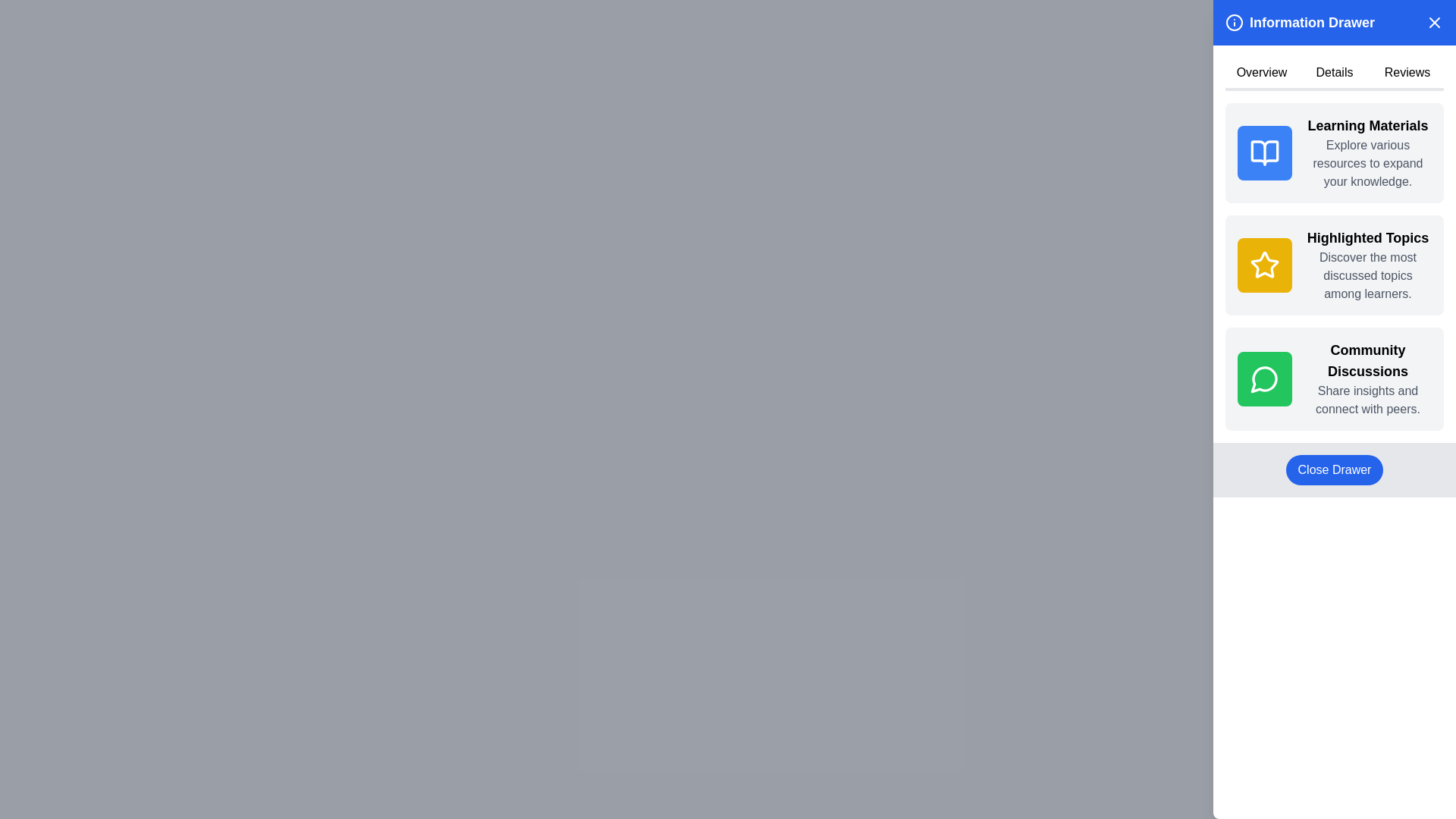  Describe the element at coordinates (1335, 152) in the screenshot. I see `the 'Learning Materials' card, which is a rectangular box with a rounded corner background in light gray and contains a bold black title text and a blue square with an open book icon on the left` at that location.